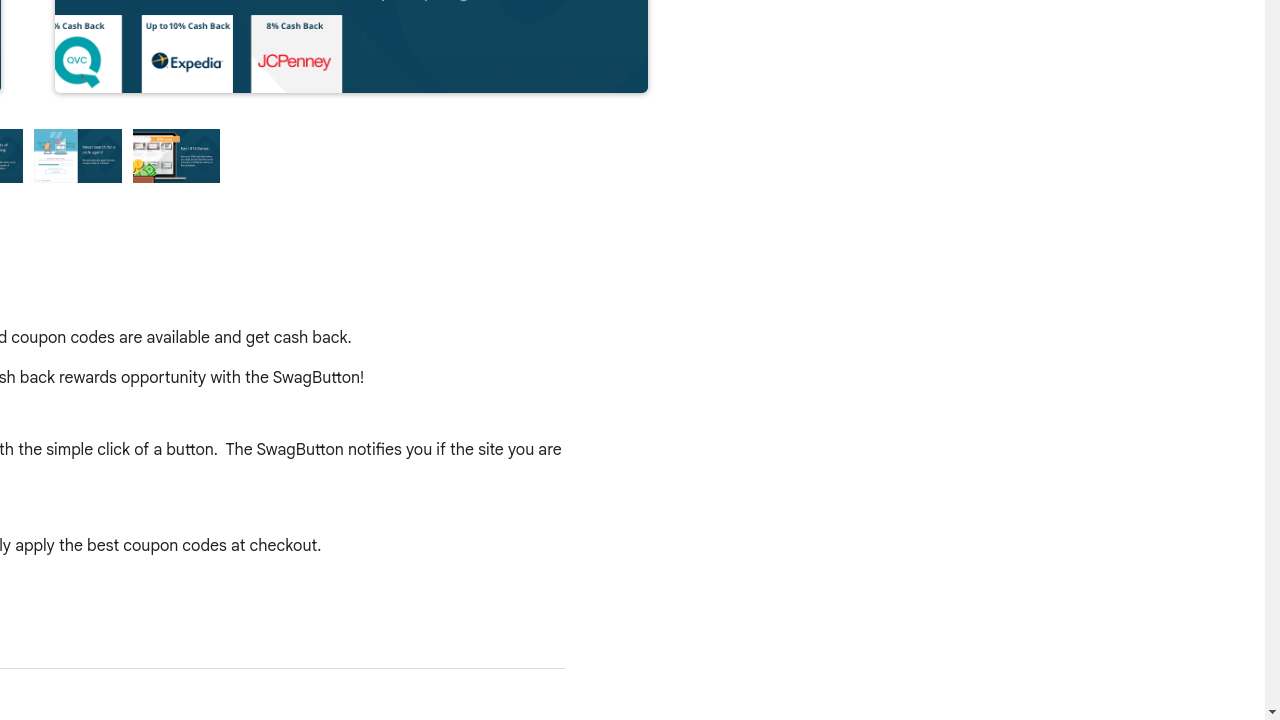 This screenshot has height=720, width=1280. I want to click on 'Preview slide 4', so click(177, 155).